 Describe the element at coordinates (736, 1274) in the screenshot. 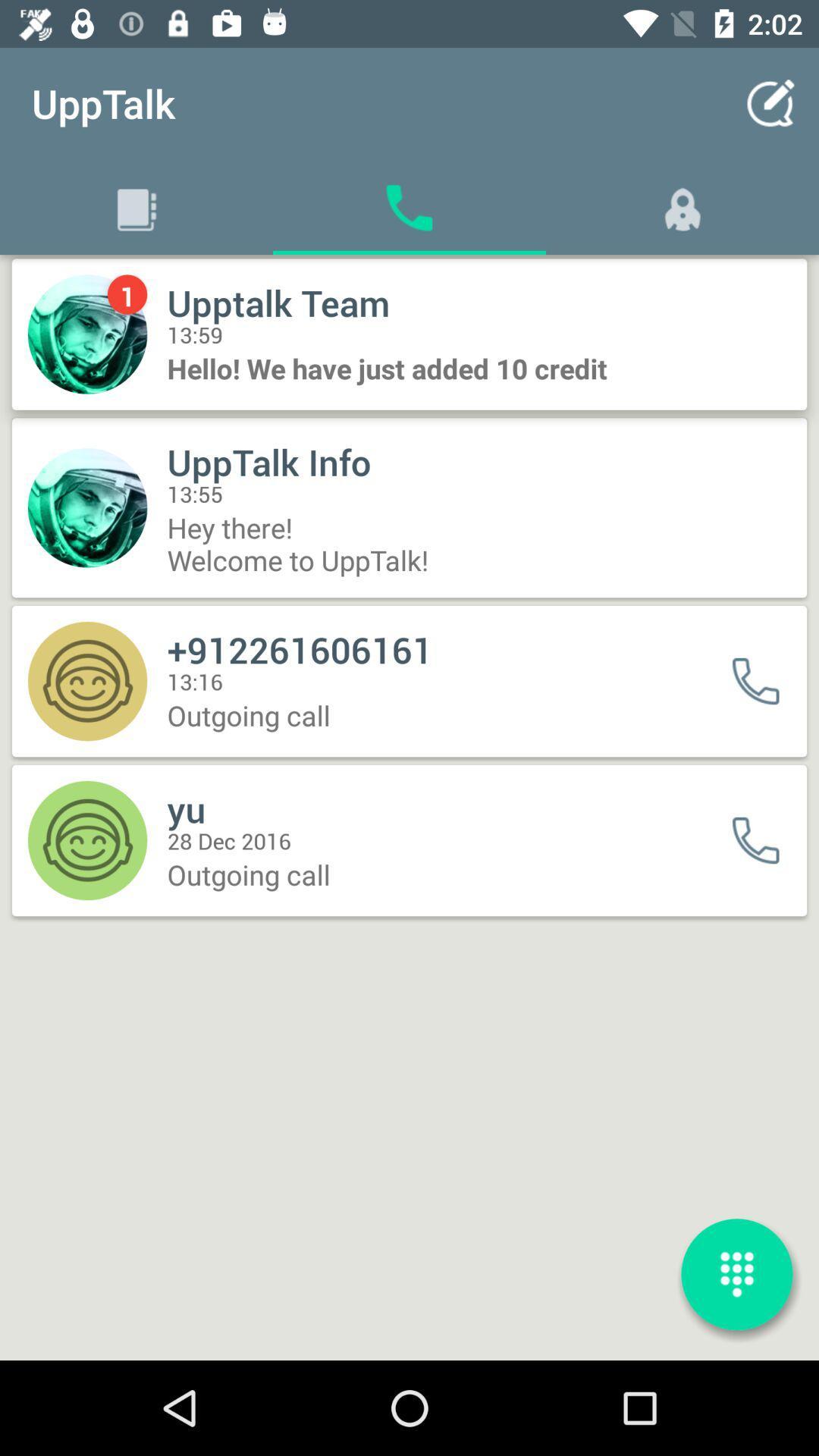

I see `the dialpad icon` at that location.